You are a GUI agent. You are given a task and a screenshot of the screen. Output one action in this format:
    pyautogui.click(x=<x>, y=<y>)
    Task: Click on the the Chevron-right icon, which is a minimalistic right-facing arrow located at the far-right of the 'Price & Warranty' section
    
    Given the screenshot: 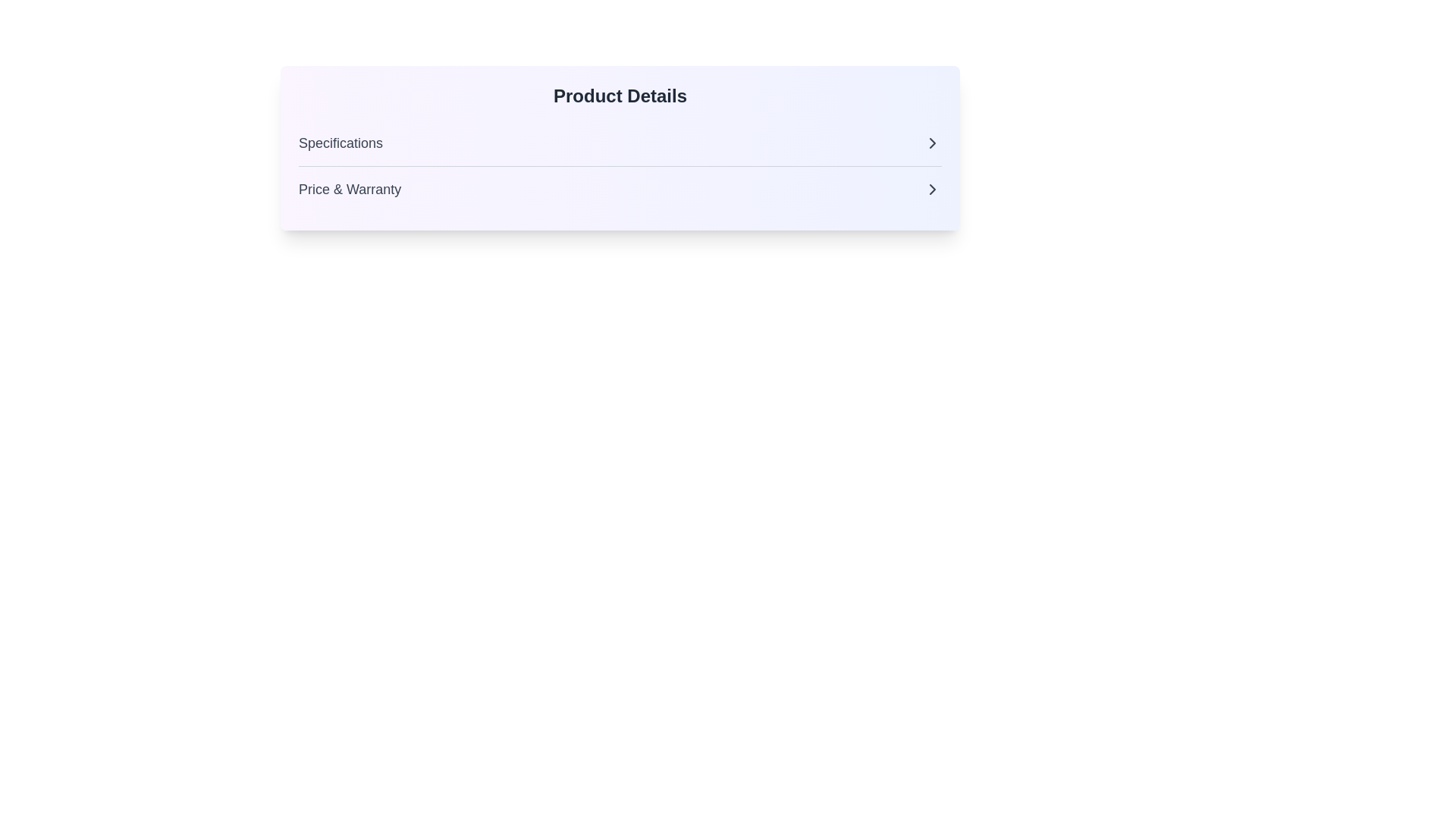 What is the action you would take?
    pyautogui.click(x=931, y=189)
    